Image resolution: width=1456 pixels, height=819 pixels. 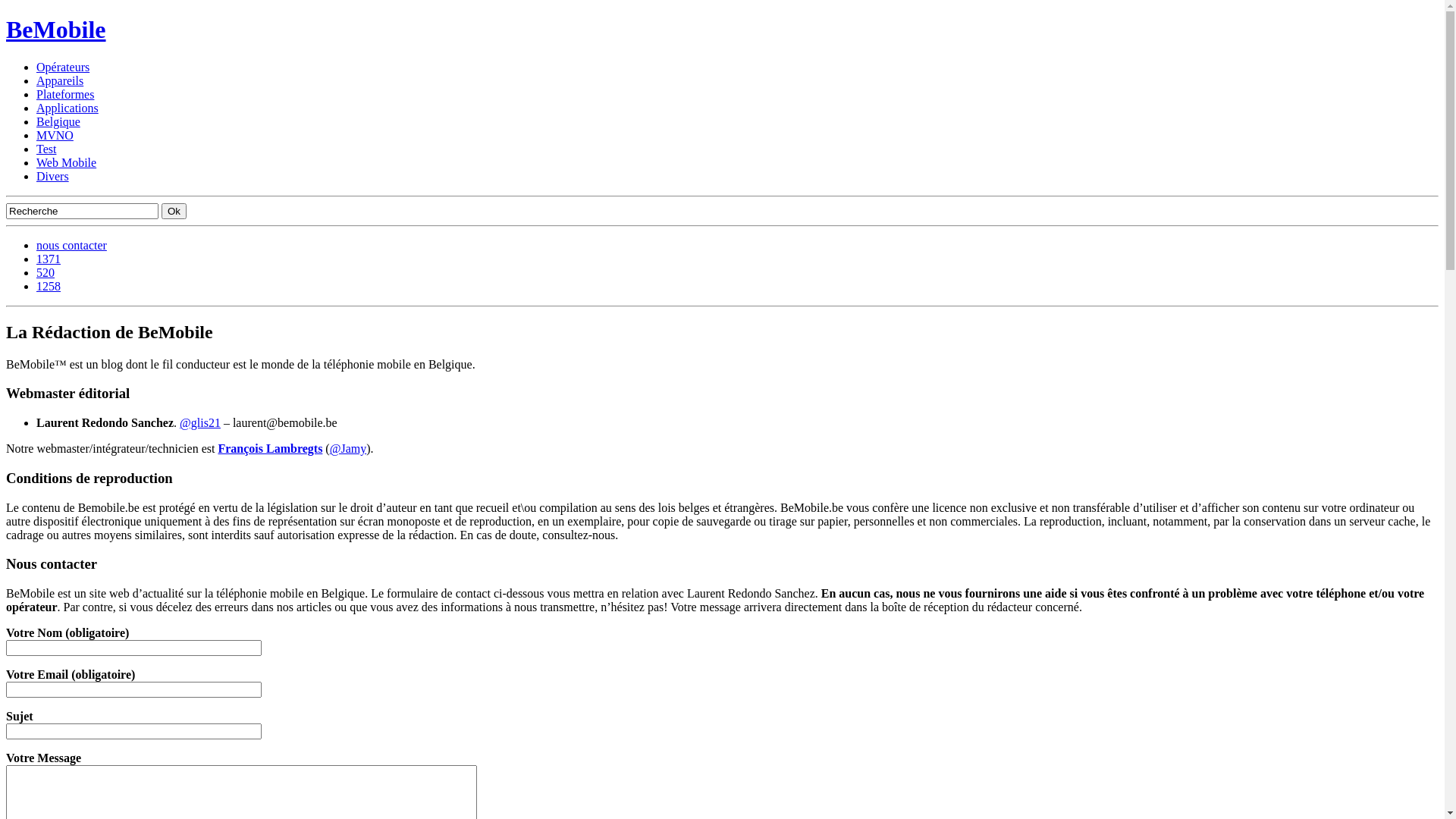 I want to click on 'Web Mobile', so click(x=65, y=162).